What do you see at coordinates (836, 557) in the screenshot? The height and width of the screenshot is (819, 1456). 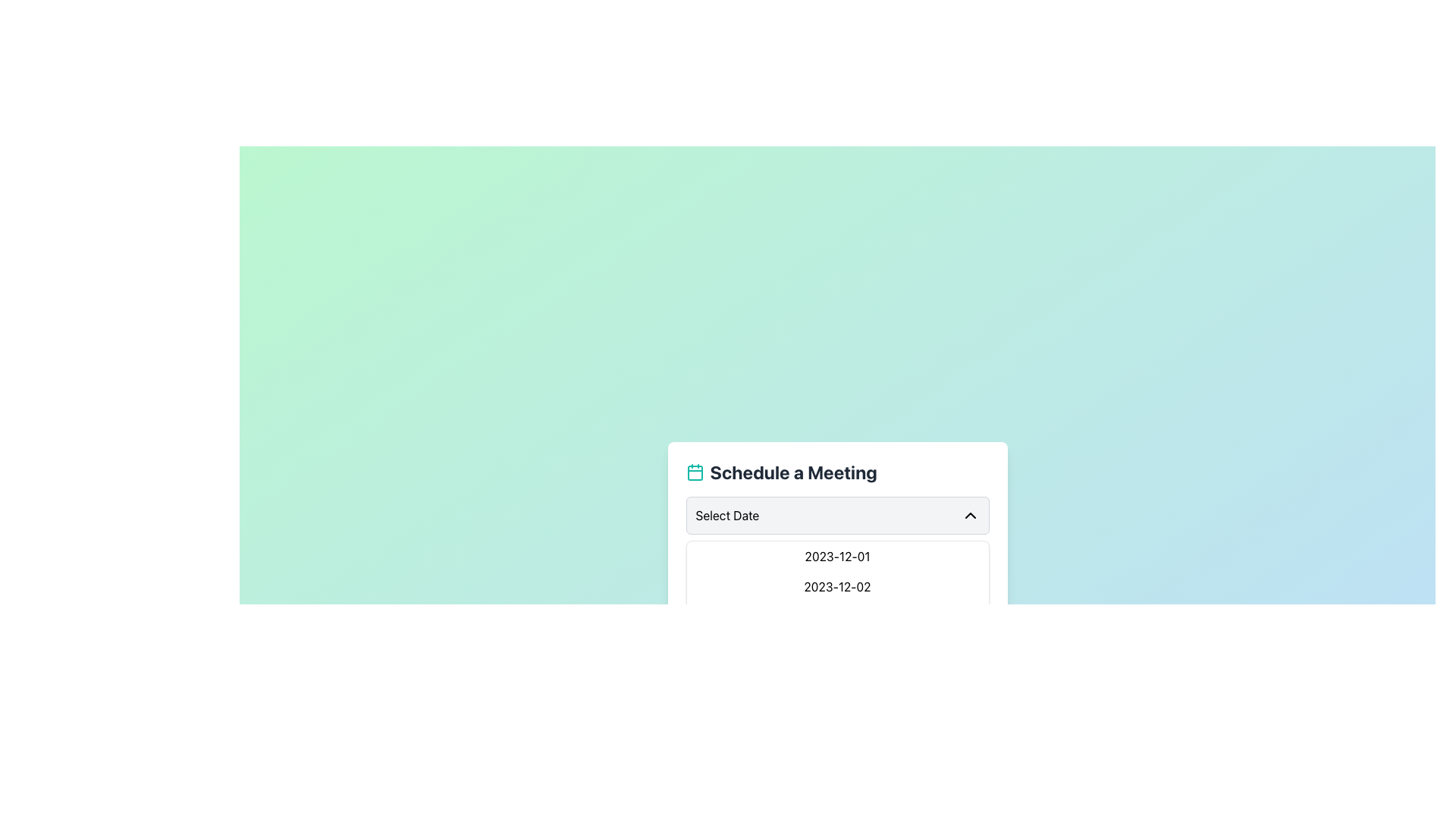 I see `header text element that reads 'Select a Time Slot', which is styled with a large font size and bold weight, positioned above the time options` at bounding box center [836, 557].